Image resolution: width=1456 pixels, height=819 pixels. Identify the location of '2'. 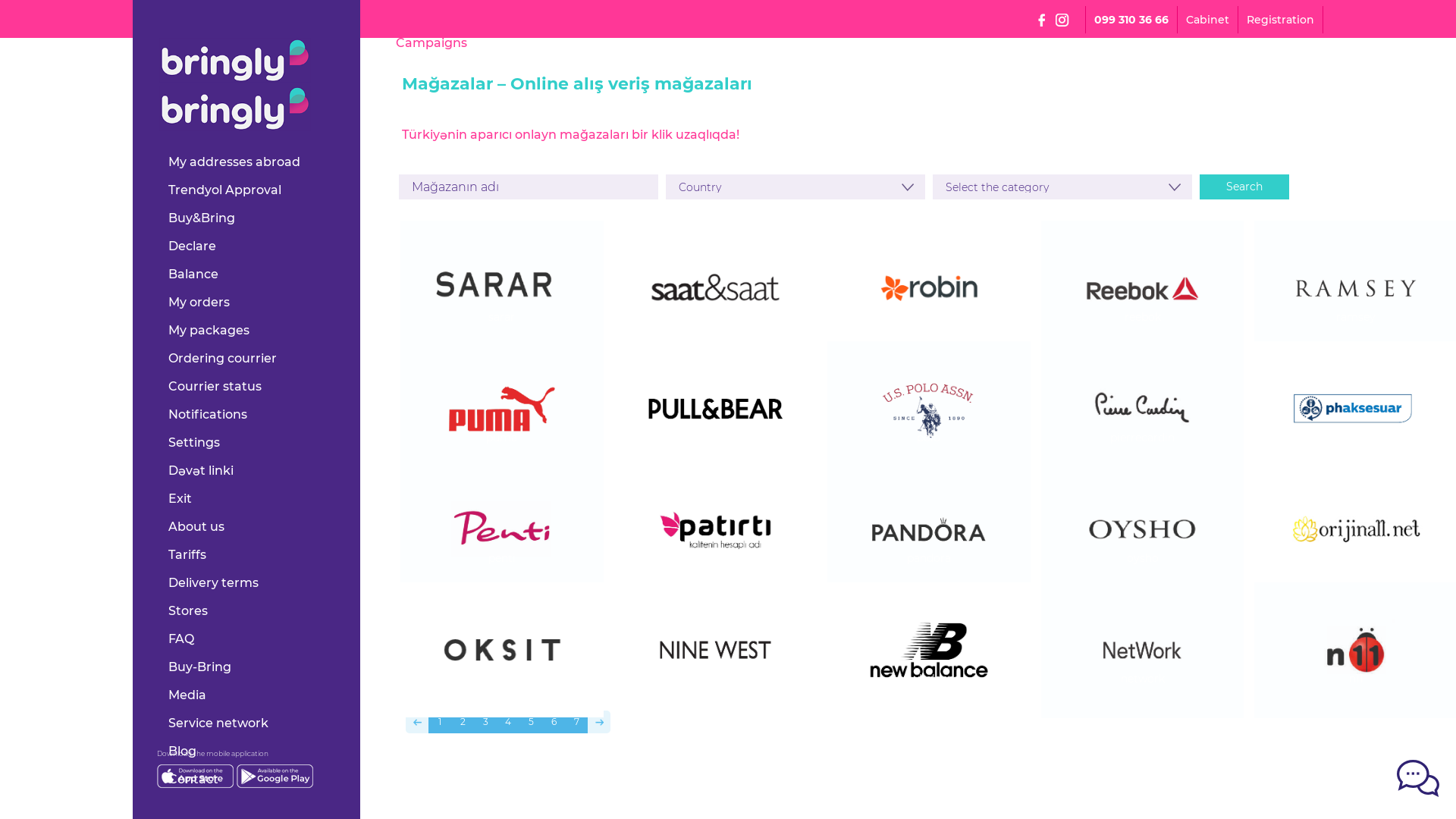
(461, 721).